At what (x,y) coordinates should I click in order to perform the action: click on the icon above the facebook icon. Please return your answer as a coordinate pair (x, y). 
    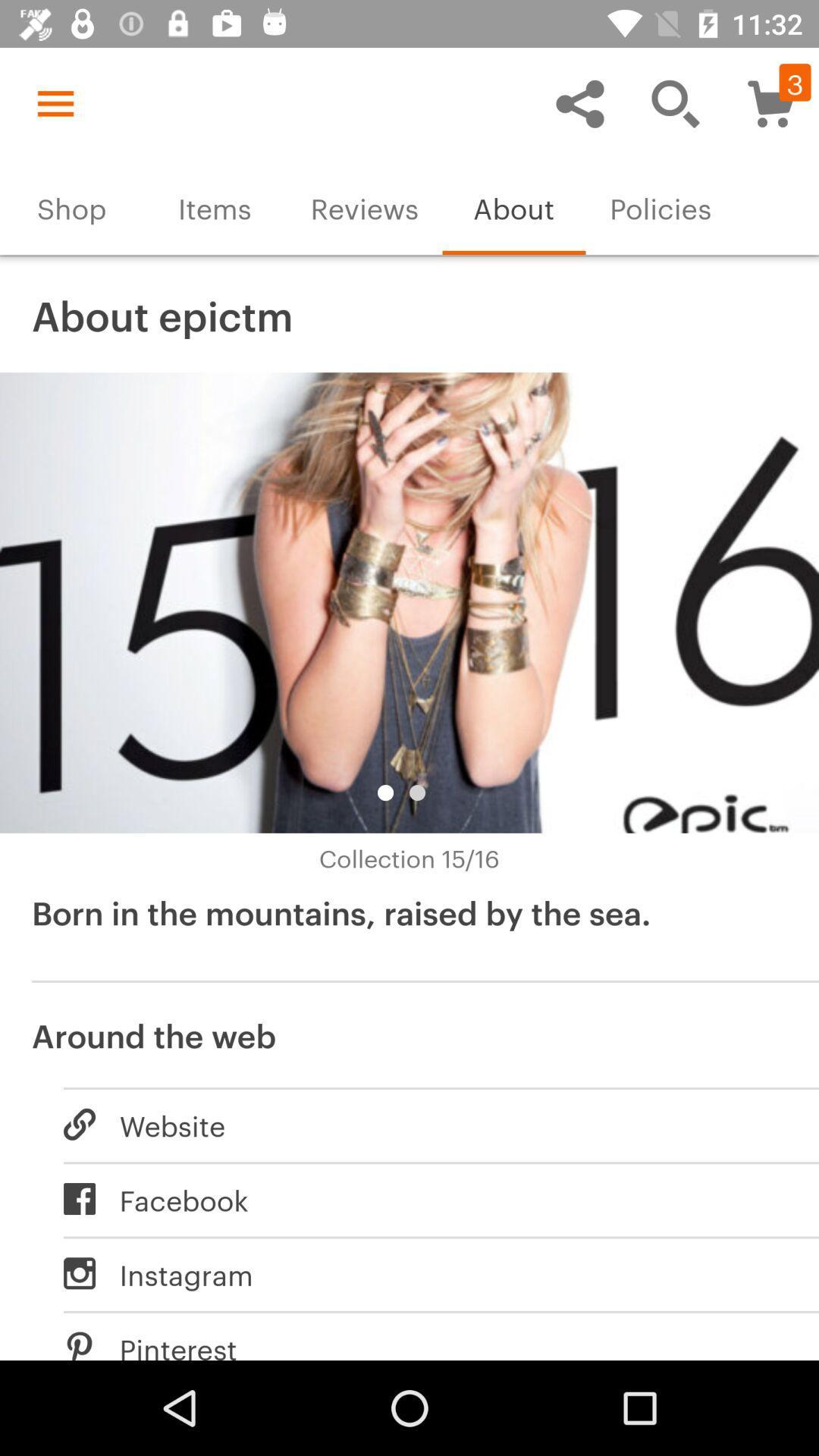
    Looking at the image, I should click on (425, 1125).